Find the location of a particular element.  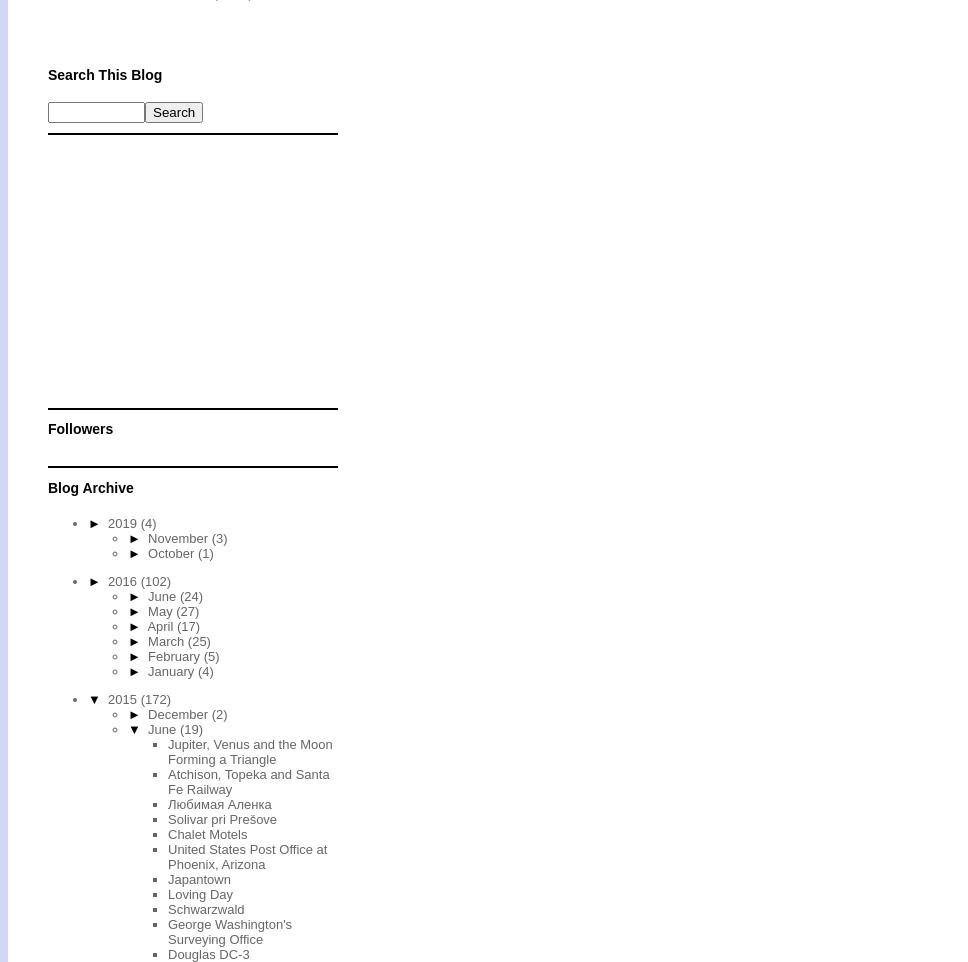

'2019' is located at coordinates (108, 521).